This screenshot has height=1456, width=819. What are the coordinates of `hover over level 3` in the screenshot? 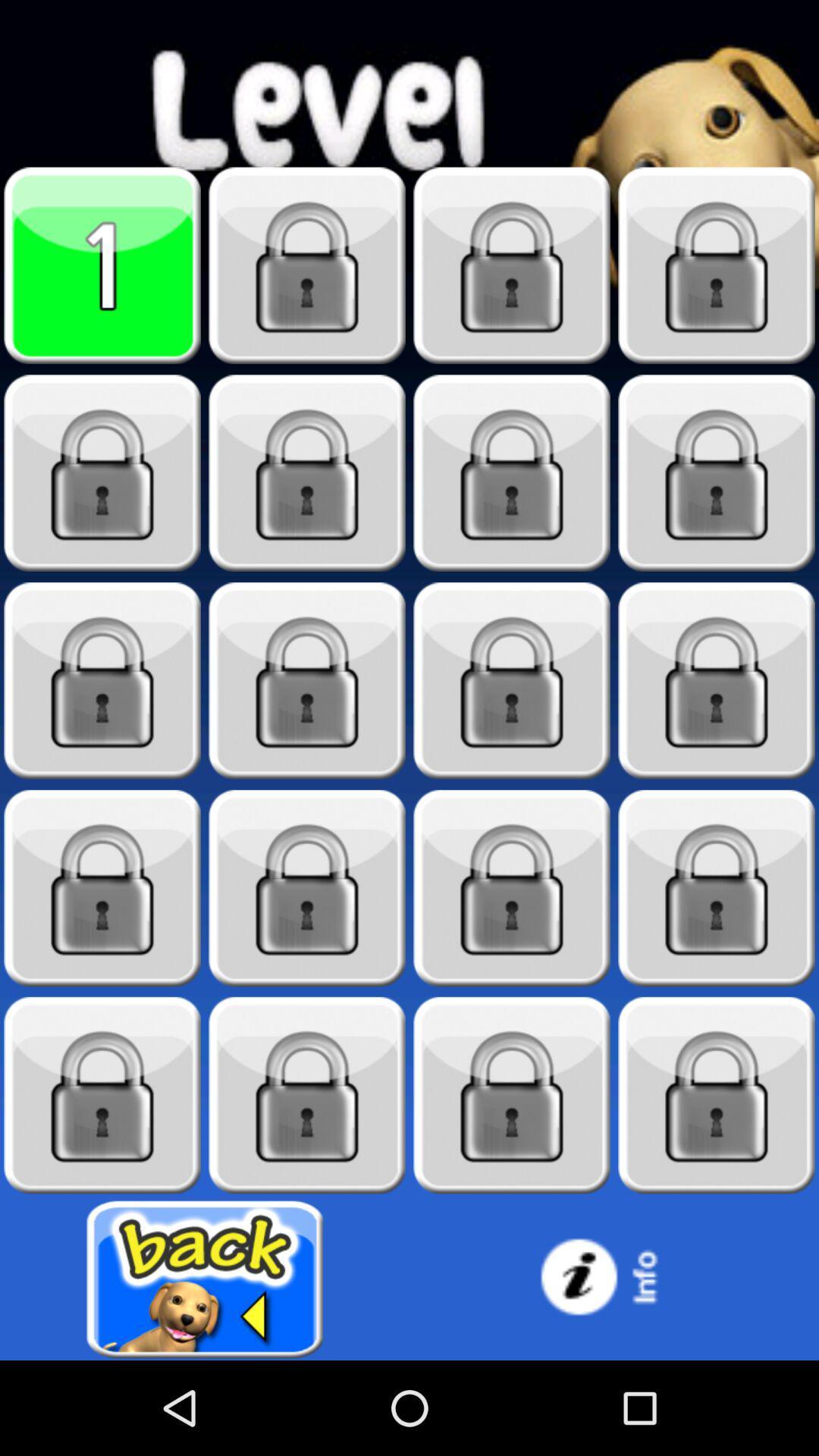 It's located at (512, 265).